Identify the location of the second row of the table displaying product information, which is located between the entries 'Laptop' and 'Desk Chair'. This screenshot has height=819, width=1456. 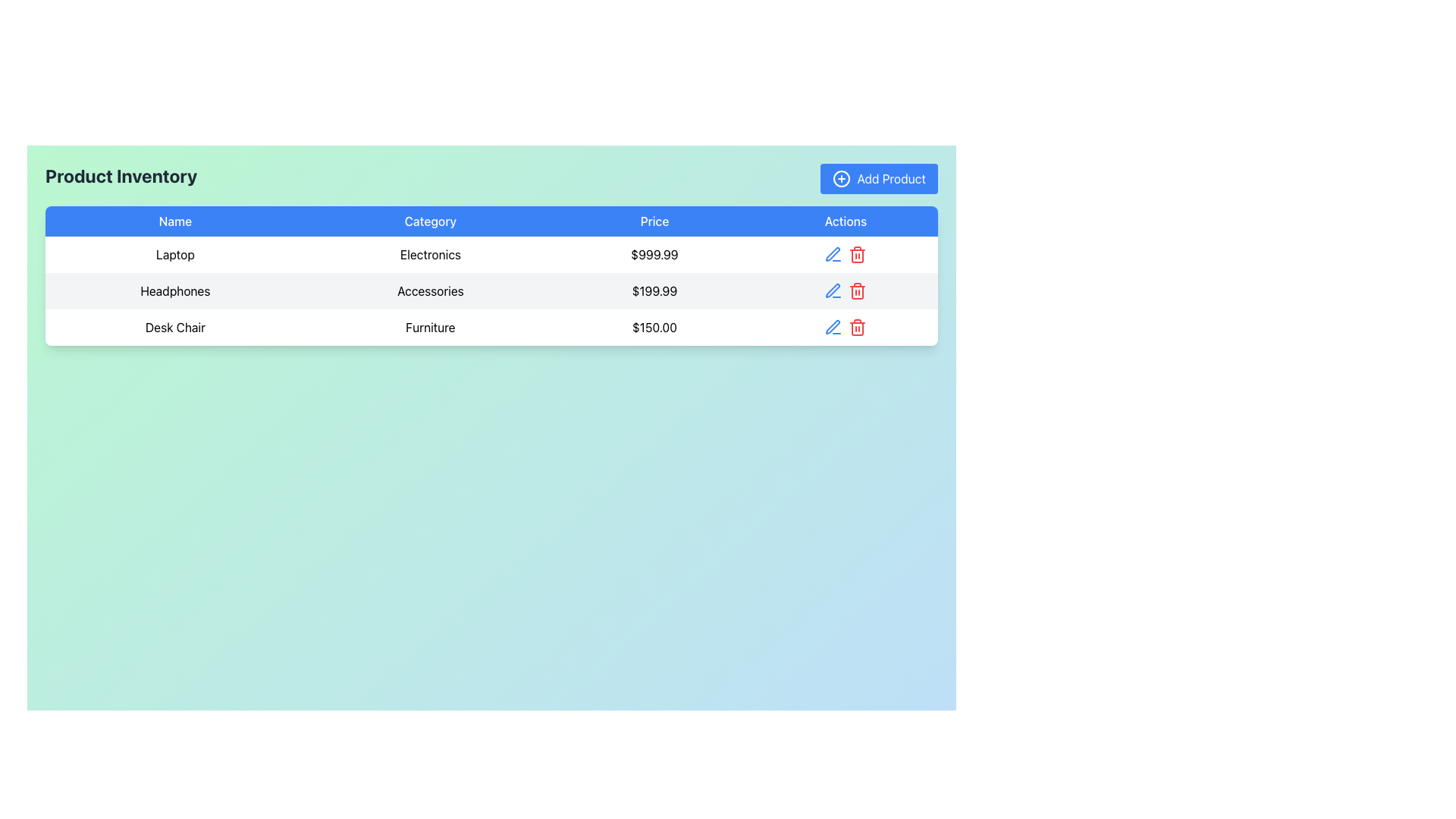
(491, 291).